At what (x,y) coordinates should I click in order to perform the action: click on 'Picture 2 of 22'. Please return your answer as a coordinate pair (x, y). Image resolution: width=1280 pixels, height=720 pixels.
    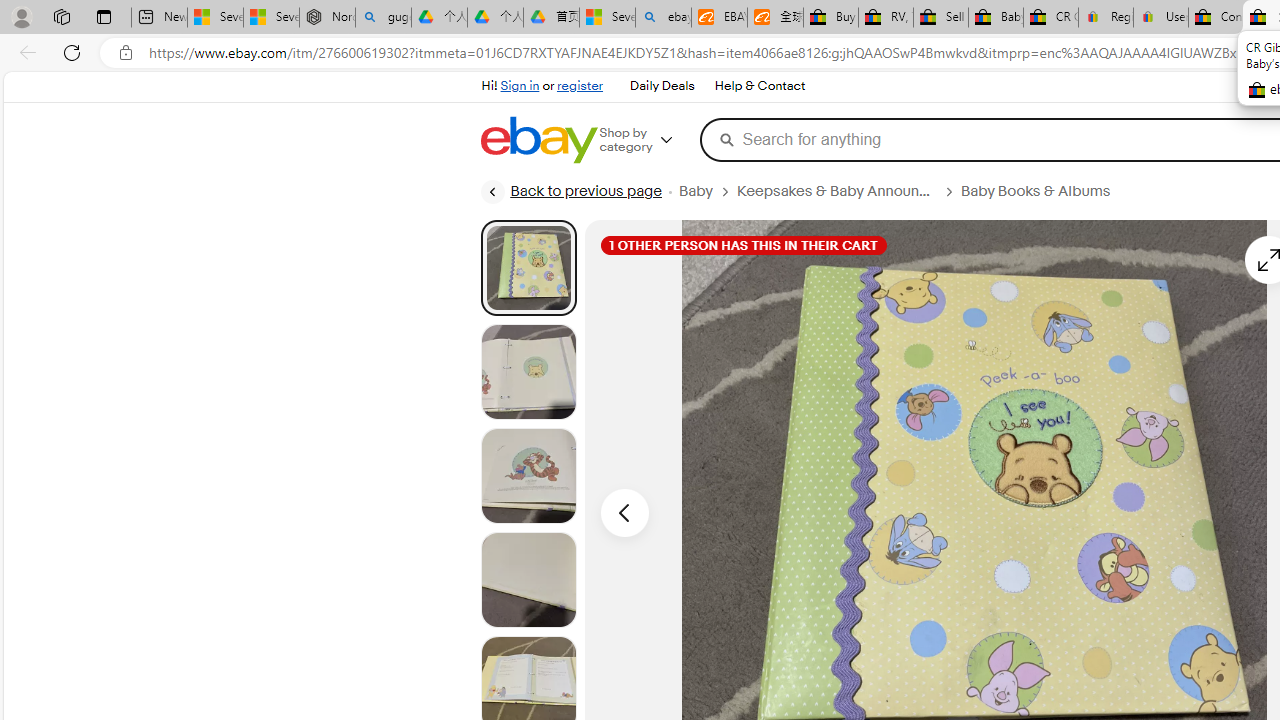
    Looking at the image, I should click on (528, 371).